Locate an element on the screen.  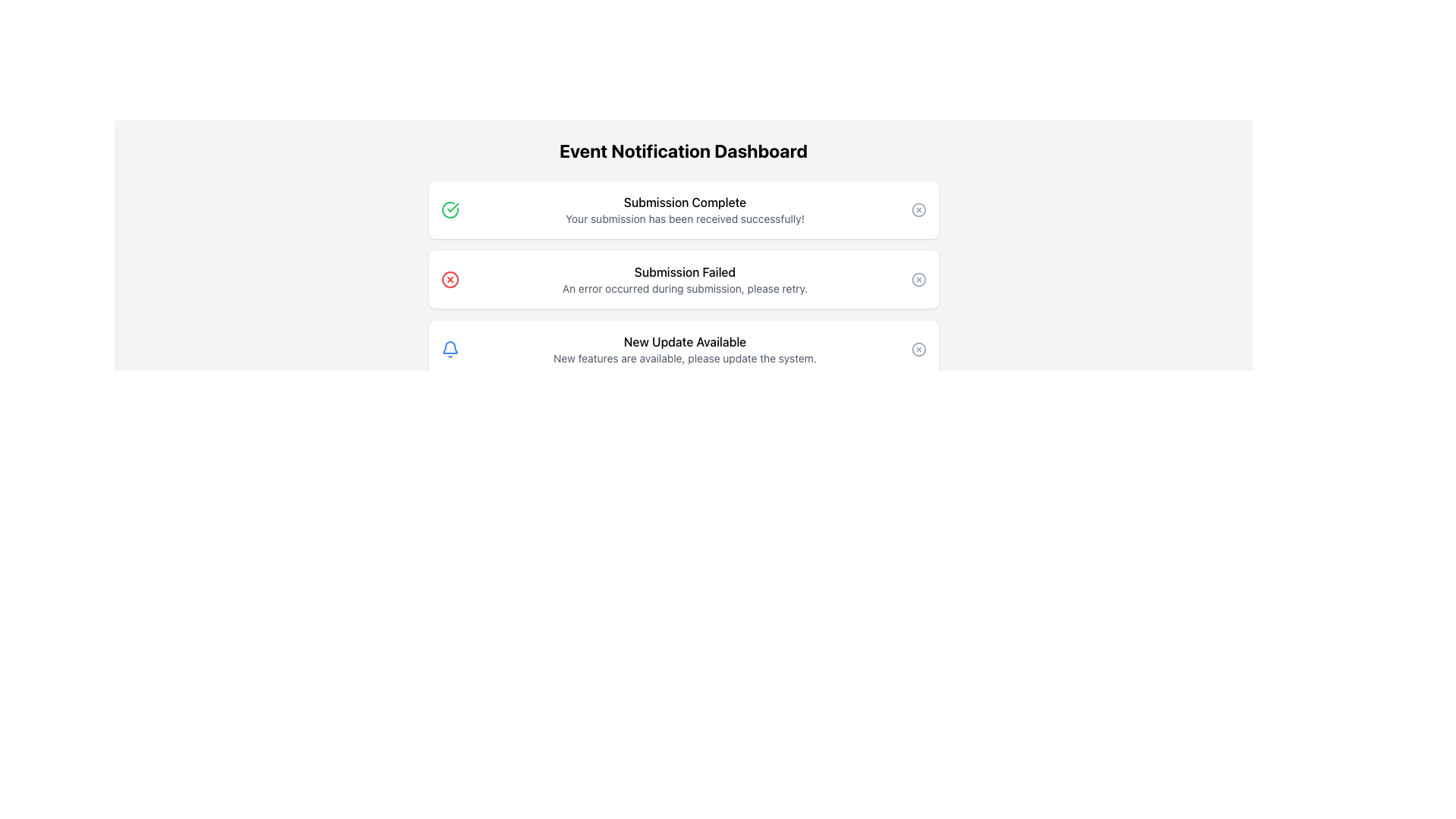
error message from the Notification box displaying 'Submission Failed' and additional info 'An error occurred during submission, please retry.' is located at coordinates (684, 280).